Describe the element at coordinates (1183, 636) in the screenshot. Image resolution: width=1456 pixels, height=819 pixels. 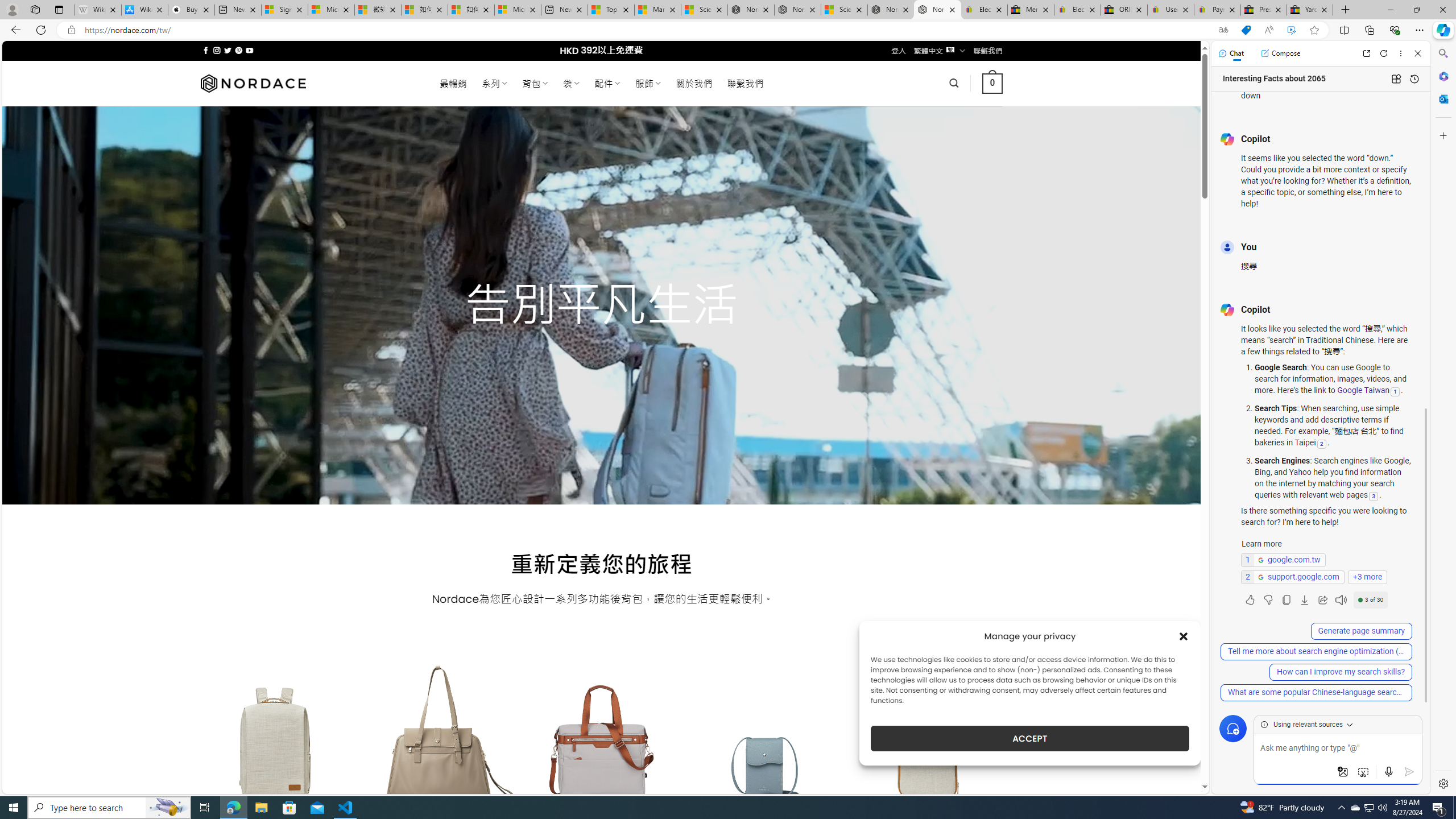
I see `'Class: cmplz-close'` at that location.